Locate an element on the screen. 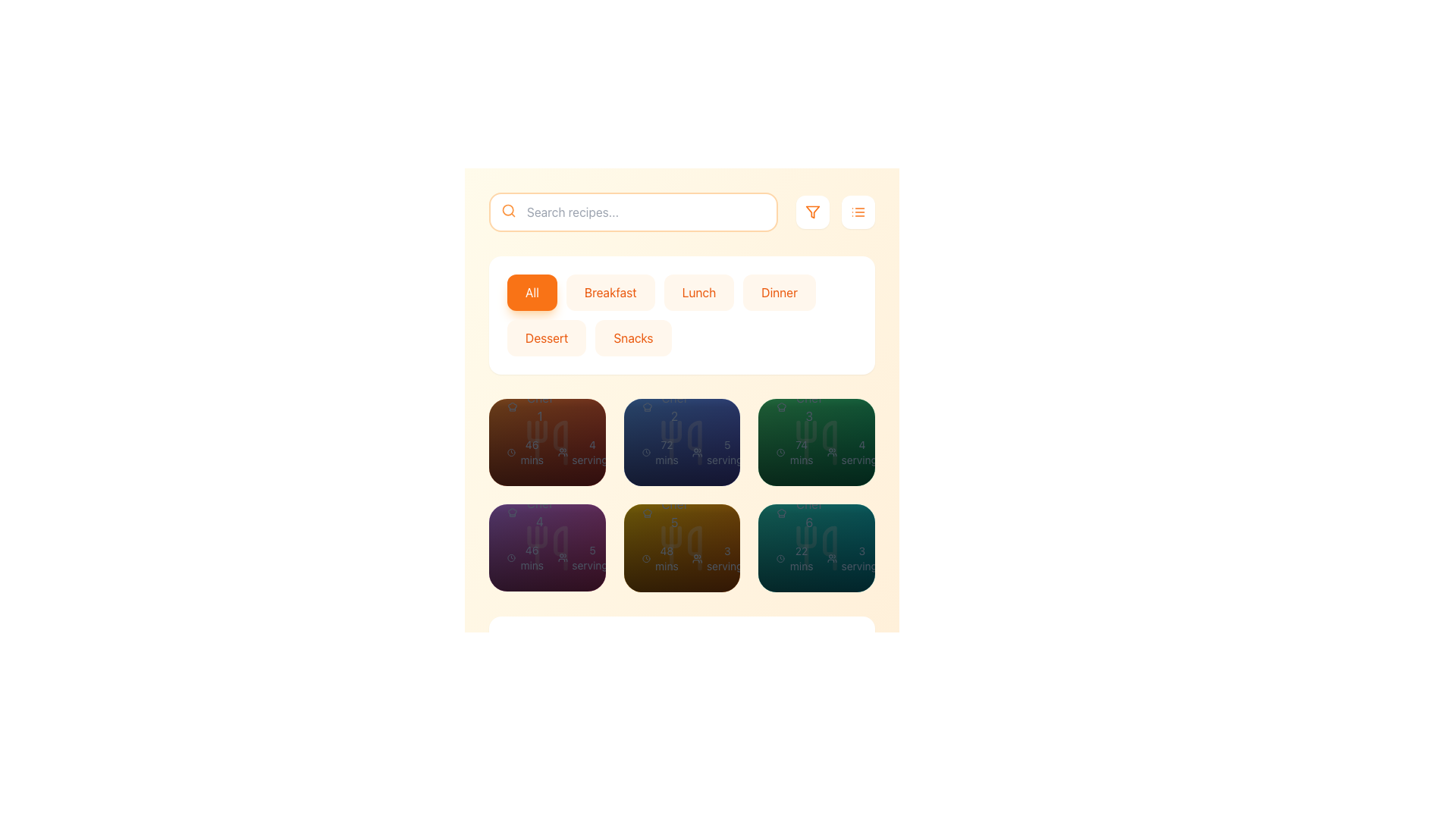  SVG icon representing the recipe section located in the third column of the first row of a 3x2 grid layout is located at coordinates (681, 442).